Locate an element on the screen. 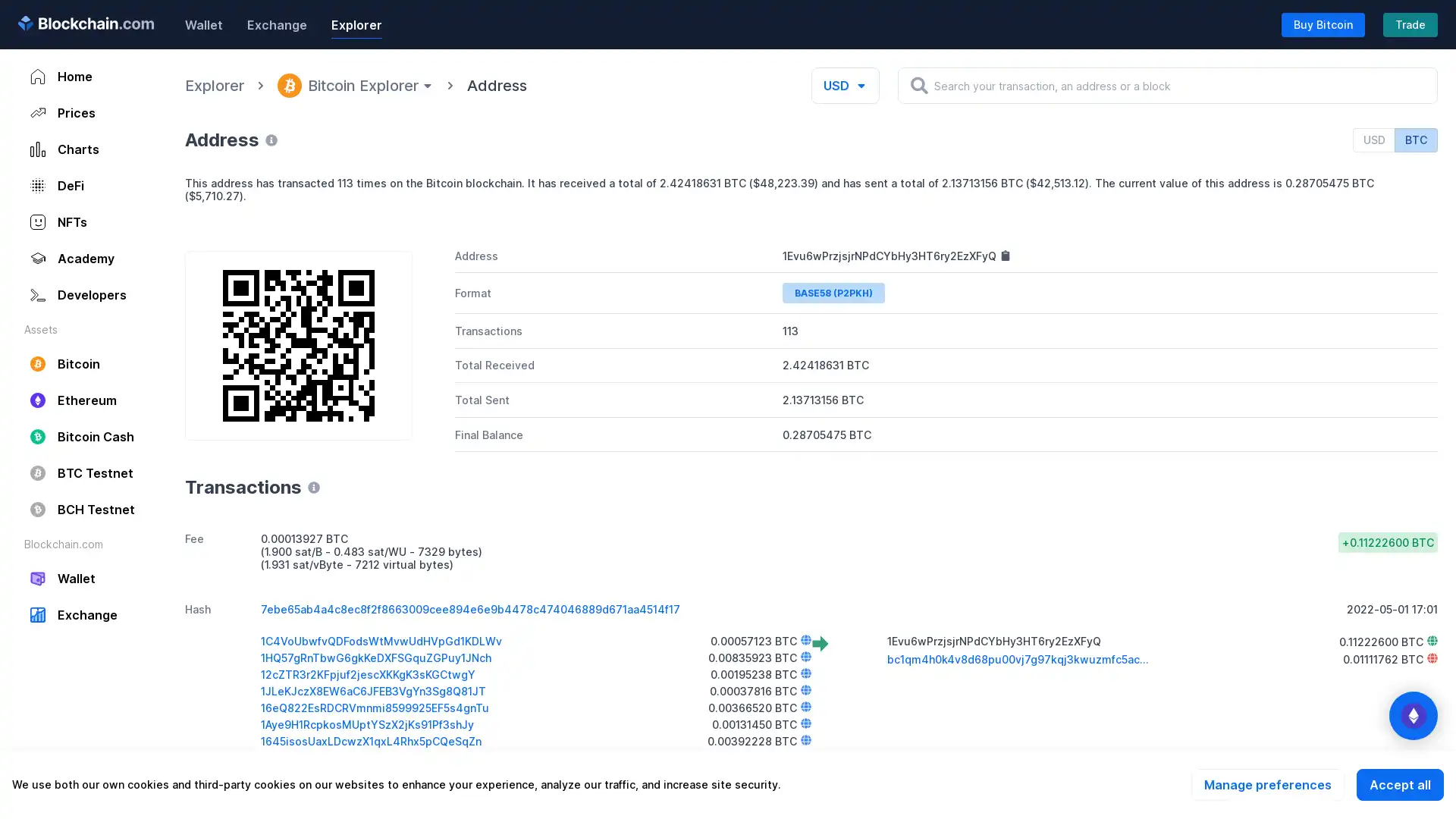 The image size is (1456, 819). Buy Bitcoin is located at coordinates (1323, 24).